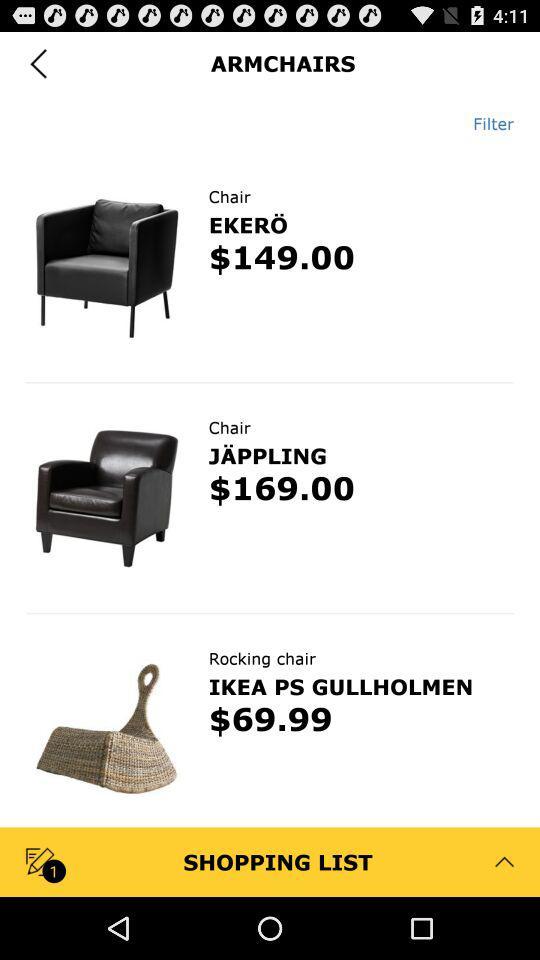  What do you see at coordinates (485, 122) in the screenshot?
I see `app below armchairs item` at bounding box center [485, 122].